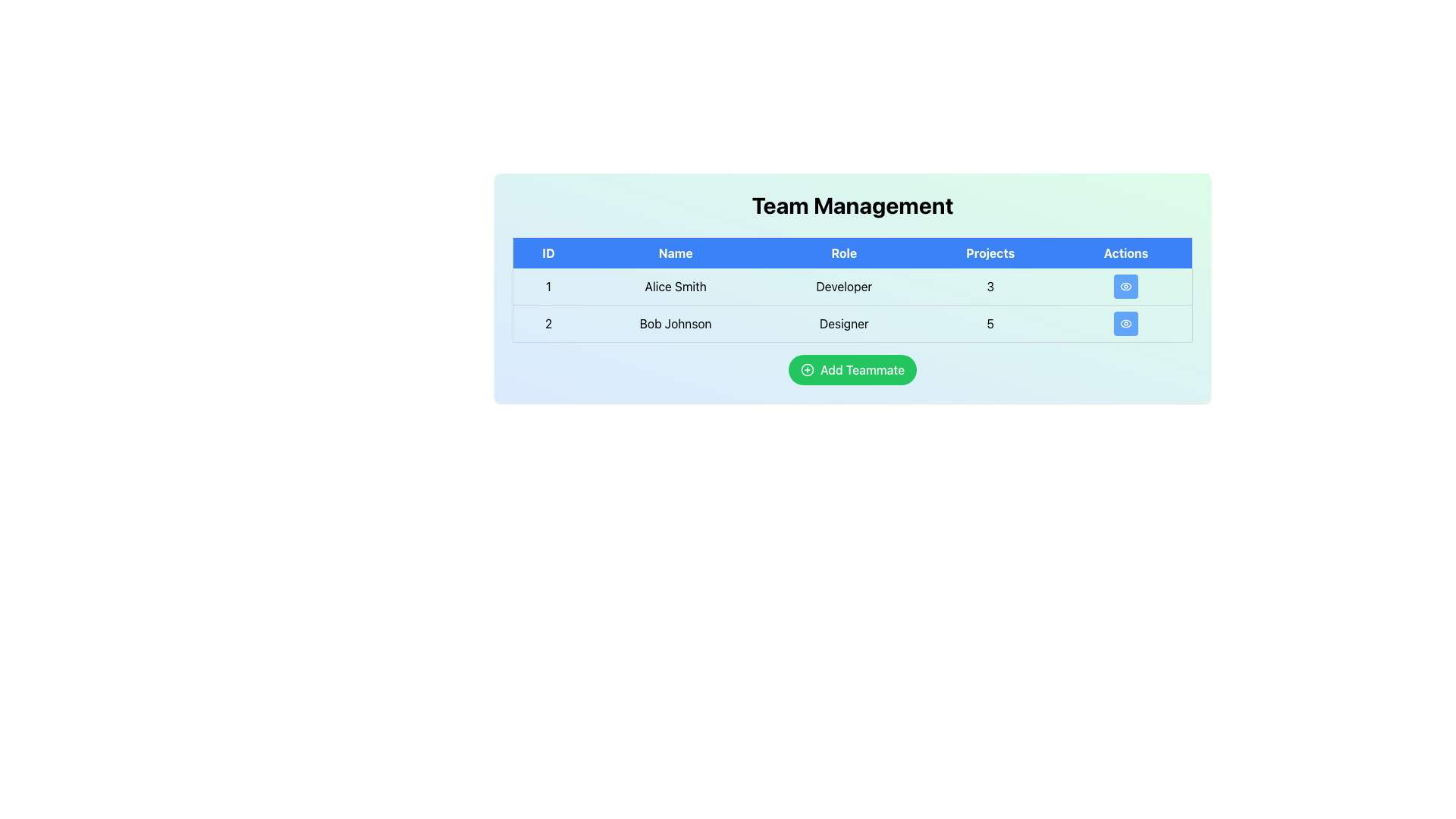 The height and width of the screenshot is (819, 1456). Describe the element at coordinates (990, 252) in the screenshot. I see `the 'Projects' header, which is the fourth item in a row of headers with a blue background and bold white text, situated between the 'Role' and 'Actions' headers` at that location.